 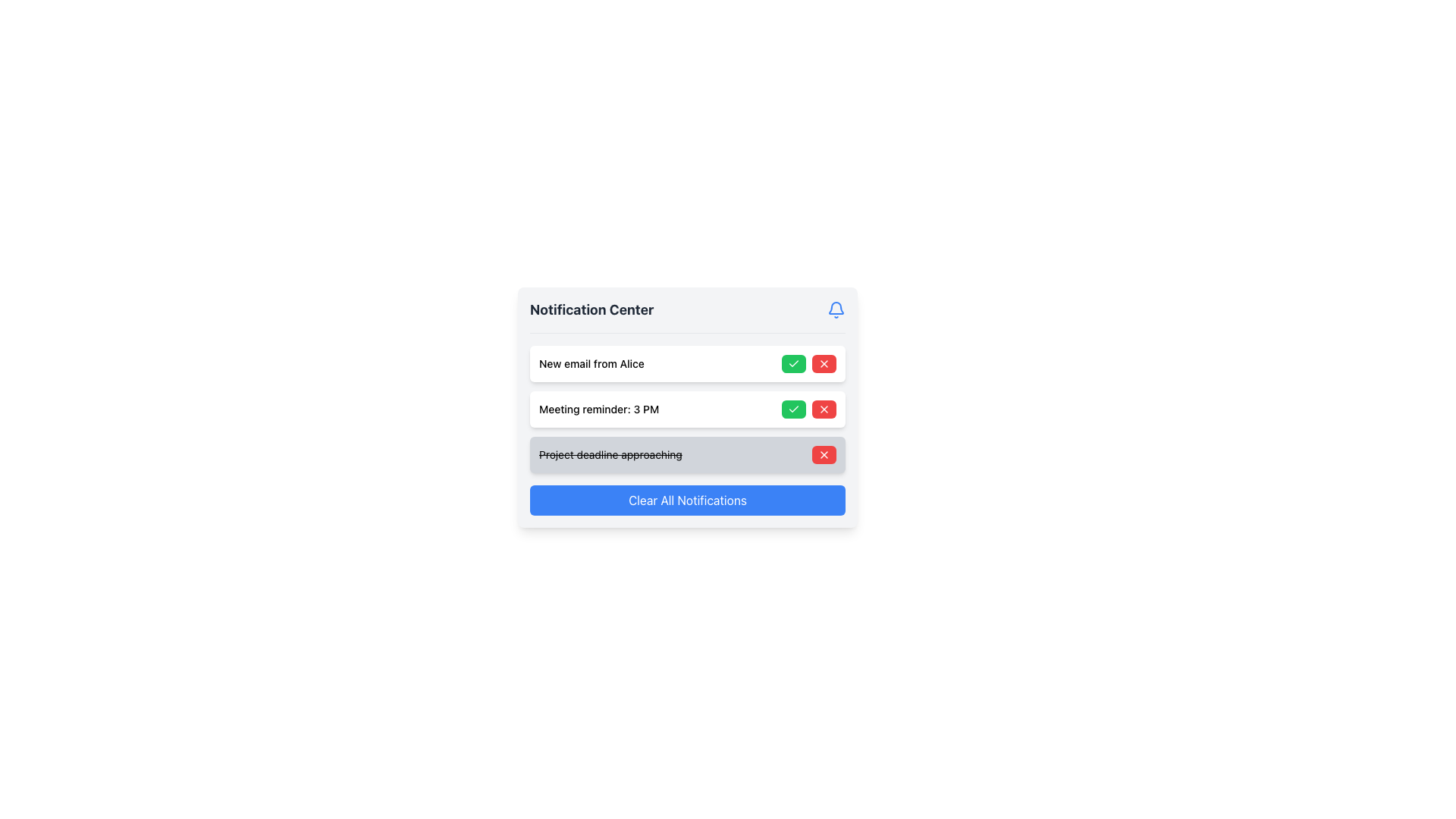 I want to click on the first green checkmark button to confirm the associated notification for 'New email from Alice', so click(x=792, y=363).